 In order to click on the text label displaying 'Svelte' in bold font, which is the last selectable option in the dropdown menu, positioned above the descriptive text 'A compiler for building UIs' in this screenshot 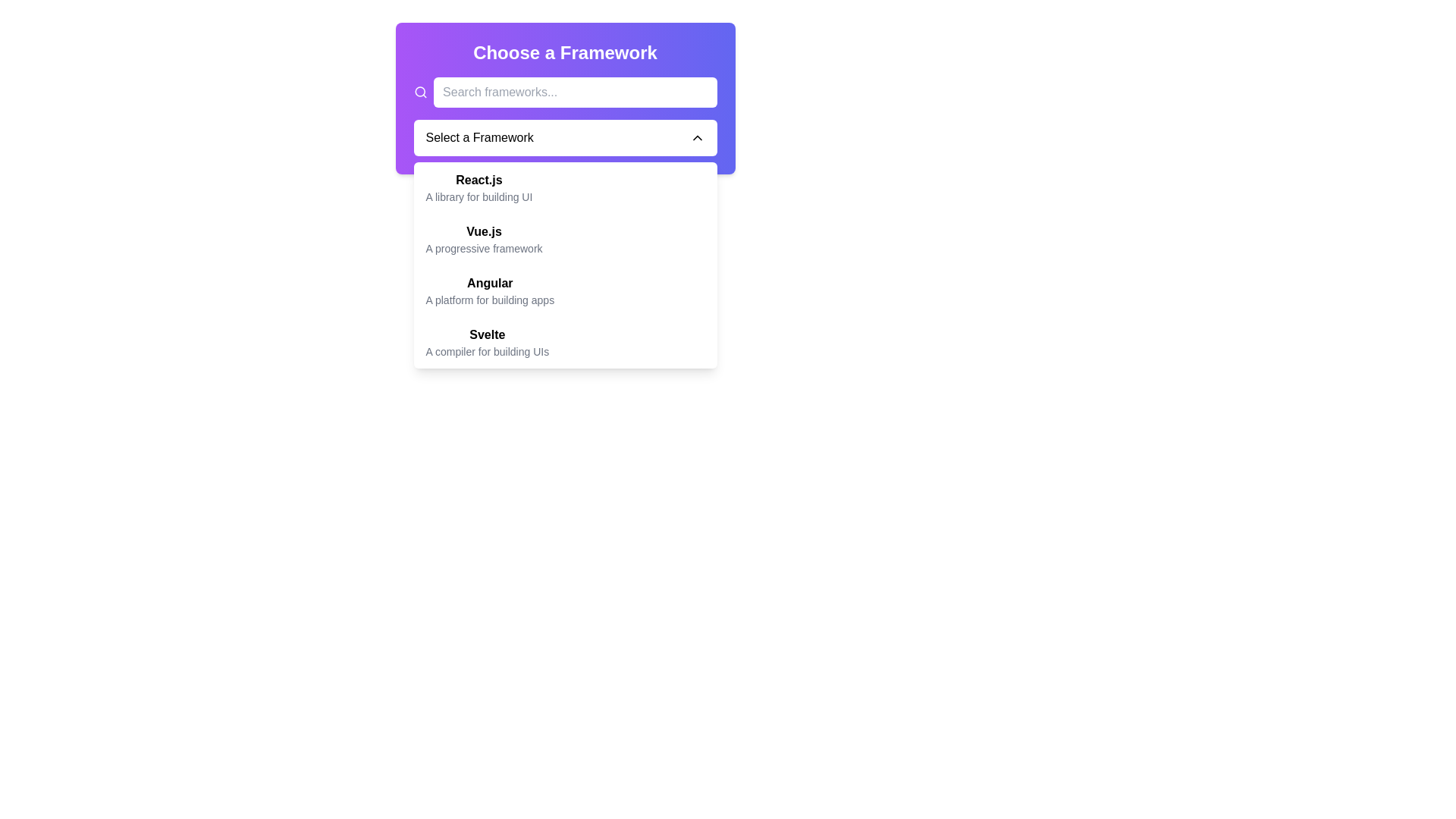, I will do `click(487, 334)`.